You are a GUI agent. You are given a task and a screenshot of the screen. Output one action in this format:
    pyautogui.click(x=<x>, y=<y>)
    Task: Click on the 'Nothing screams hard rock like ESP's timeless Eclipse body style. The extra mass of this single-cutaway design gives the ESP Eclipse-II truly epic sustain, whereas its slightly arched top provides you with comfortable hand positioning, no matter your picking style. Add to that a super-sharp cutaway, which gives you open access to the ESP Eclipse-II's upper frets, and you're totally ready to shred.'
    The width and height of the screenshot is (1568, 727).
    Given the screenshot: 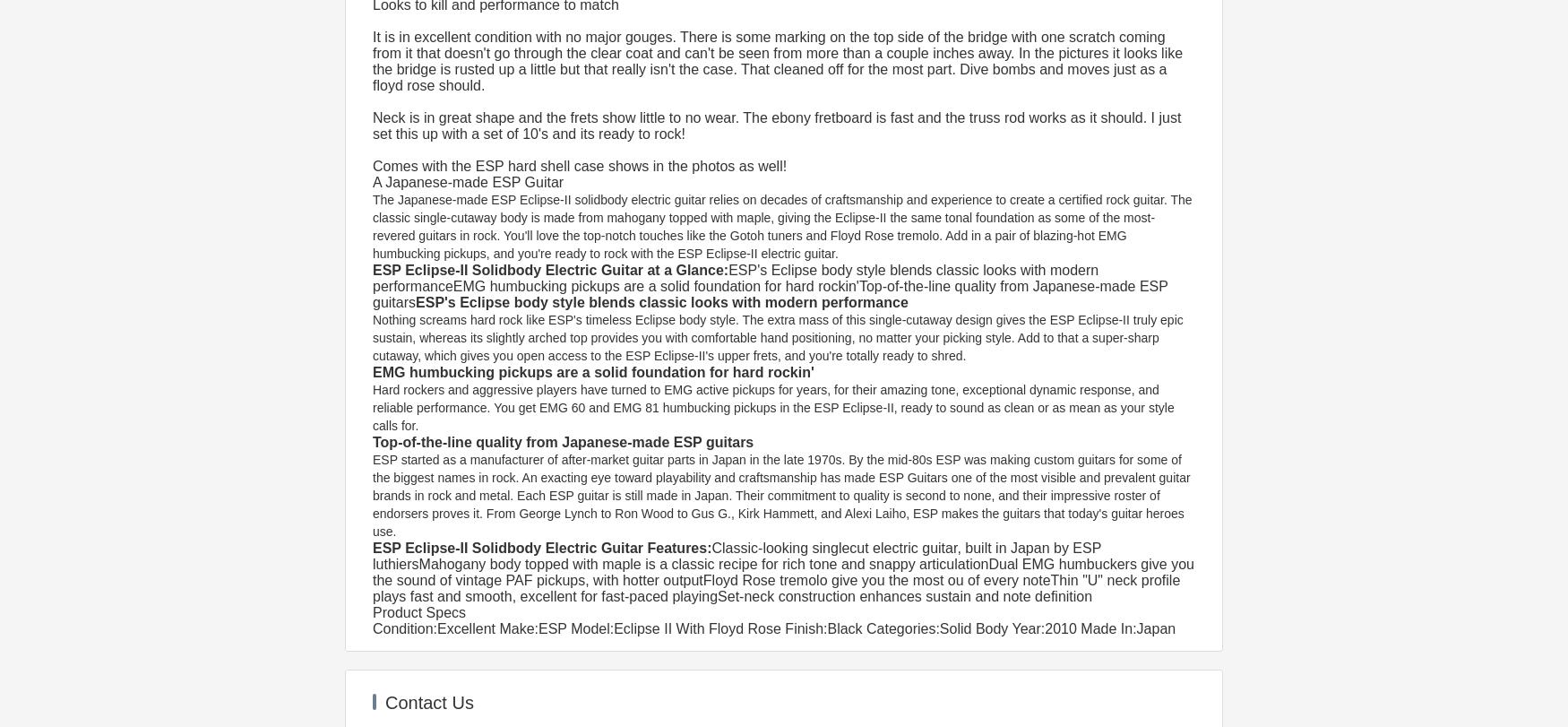 What is the action you would take?
    pyautogui.click(x=779, y=338)
    